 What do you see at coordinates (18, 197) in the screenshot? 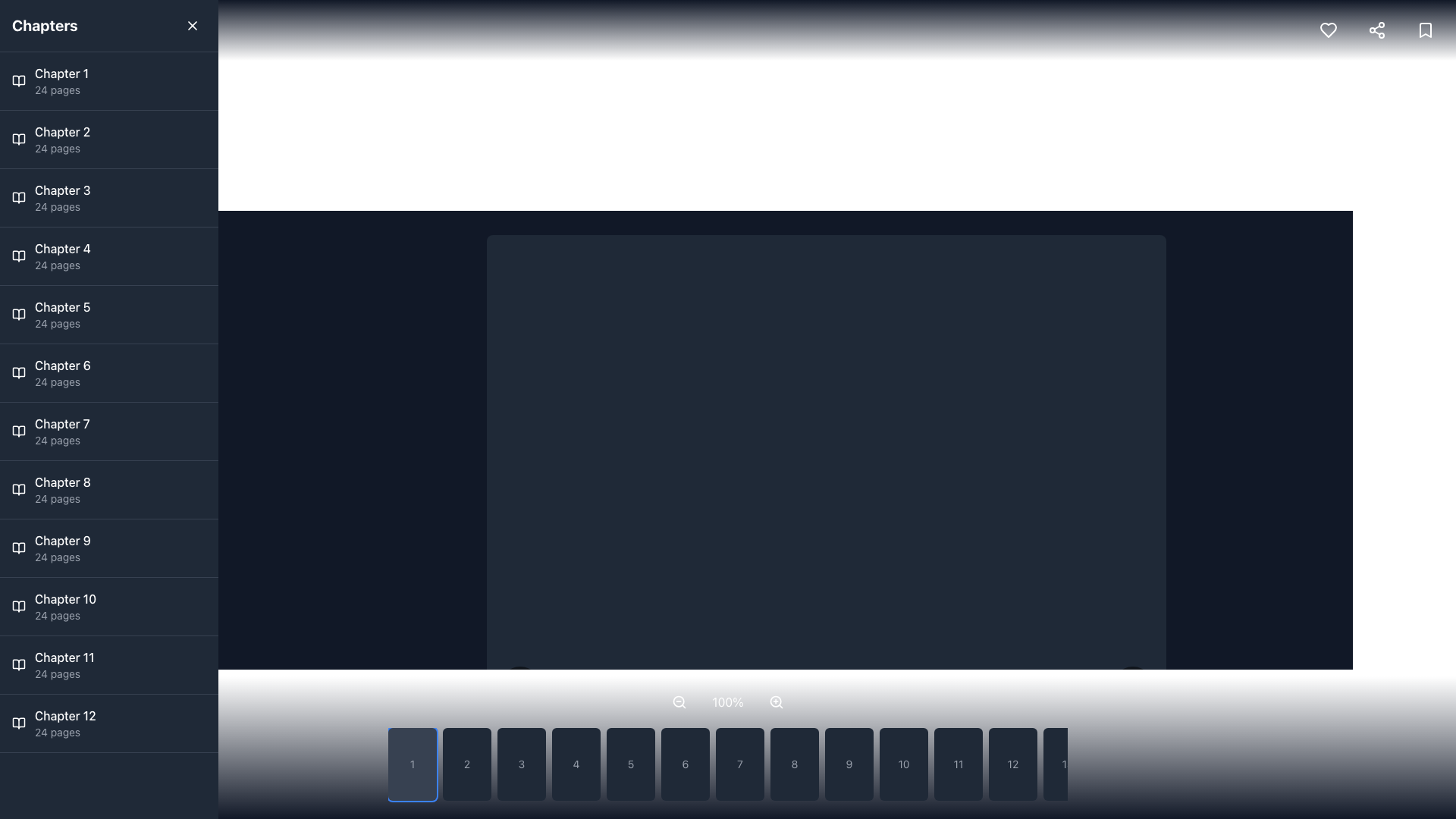
I see `the icon representing 'Chapter 3' located in the sidebar adjacent to the text label for the chapter` at bounding box center [18, 197].